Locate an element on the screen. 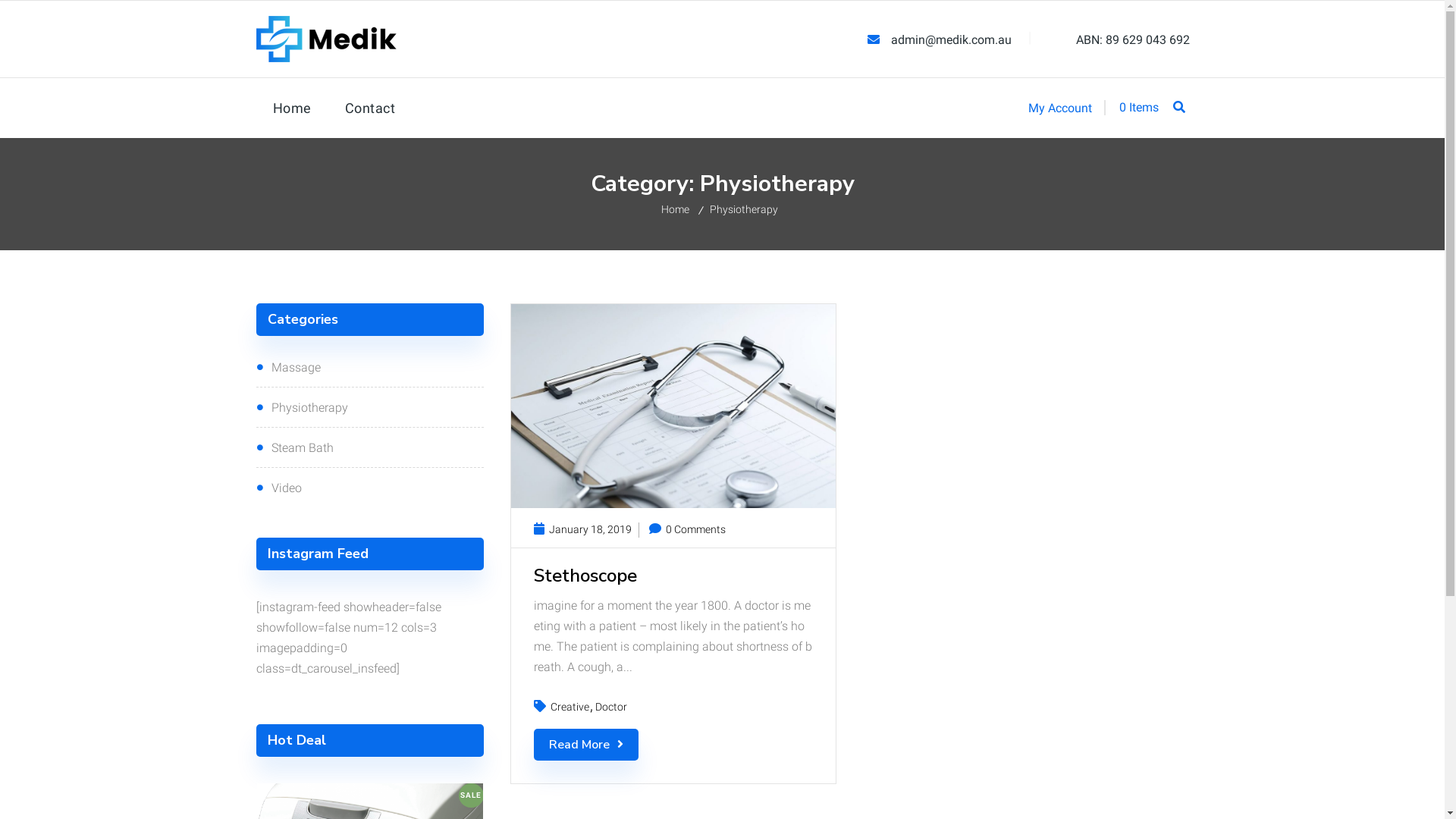 This screenshot has width=1456, height=819. 'Doctor' is located at coordinates (610, 707).